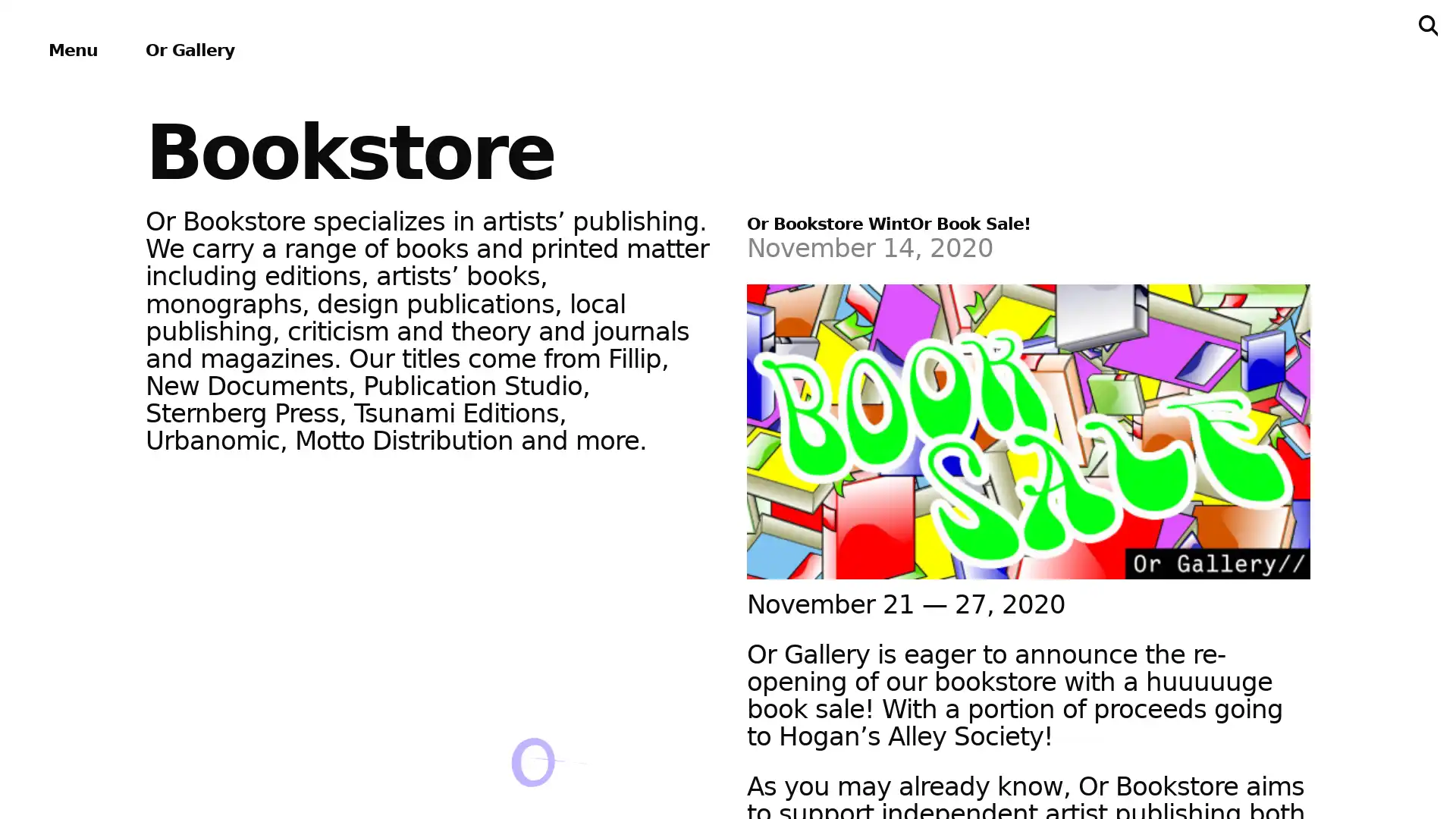 The image size is (1456, 819). I want to click on Exhibitions & Projects, so click(329, 149).